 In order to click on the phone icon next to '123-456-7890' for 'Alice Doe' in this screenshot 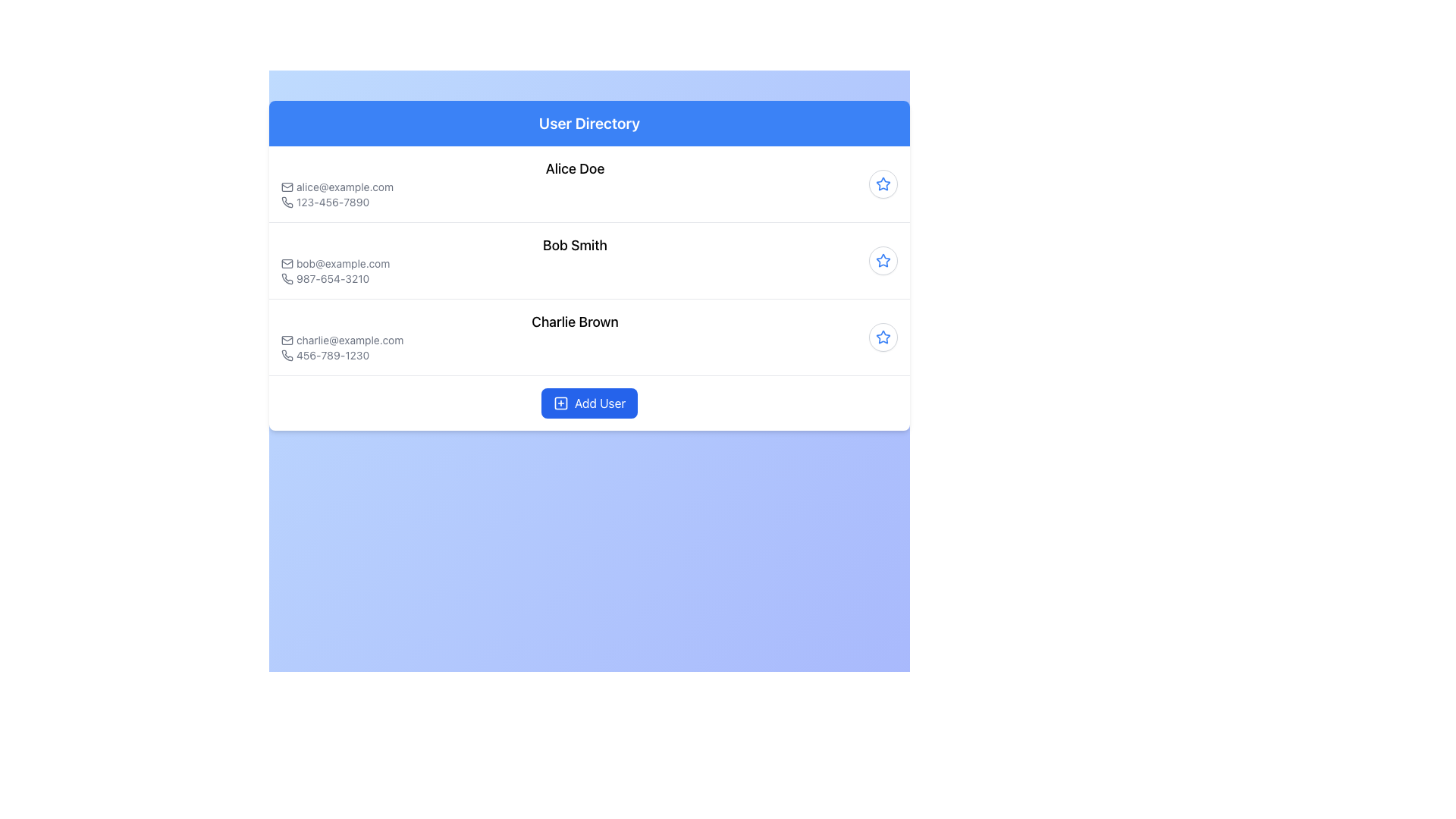, I will do `click(287, 201)`.